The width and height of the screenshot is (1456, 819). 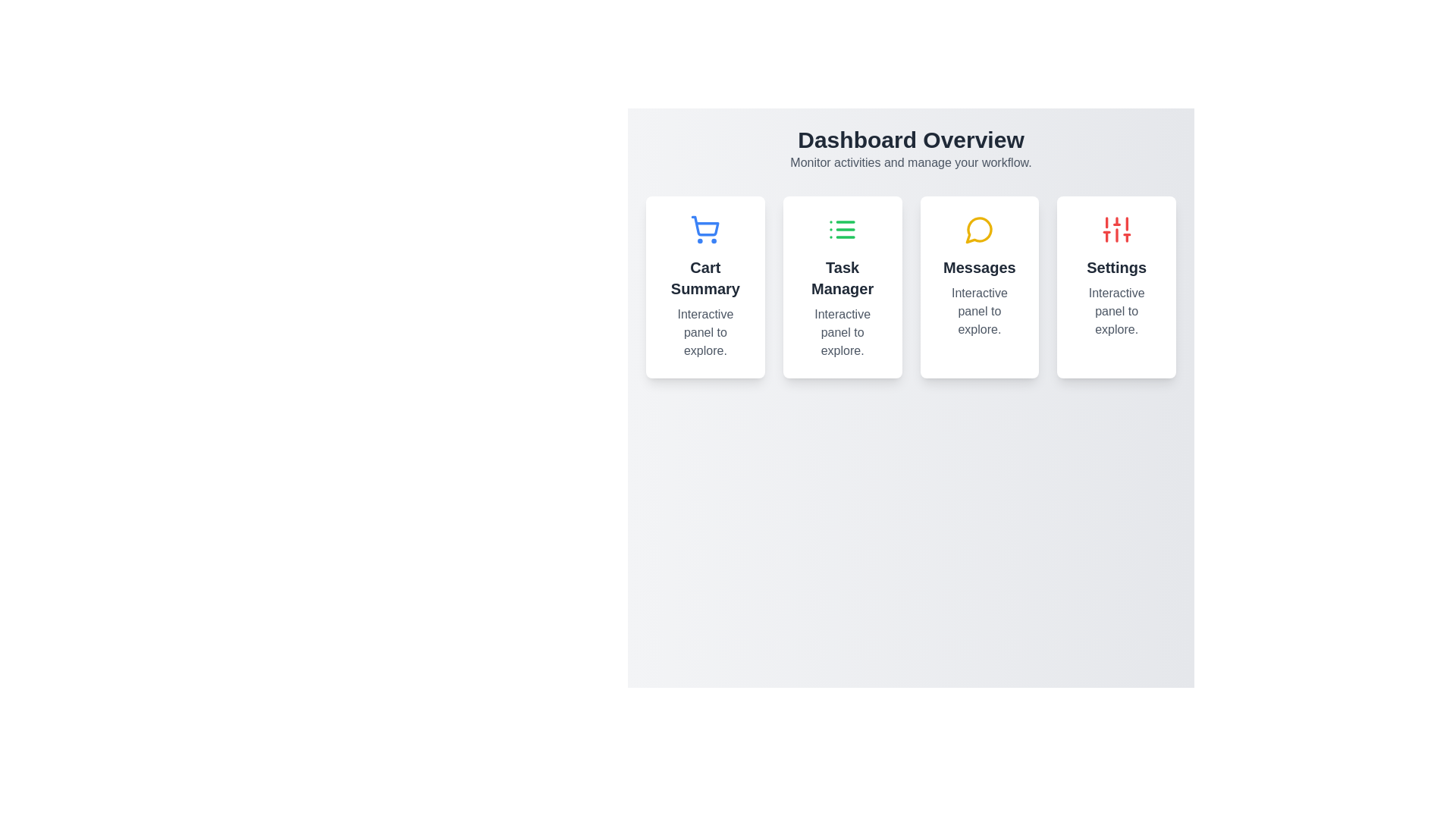 I want to click on text 'Interactive panel to explore.' which is styled in gray and located below the heading 'Messages' within the card labeled 'Messages.', so click(x=979, y=311).